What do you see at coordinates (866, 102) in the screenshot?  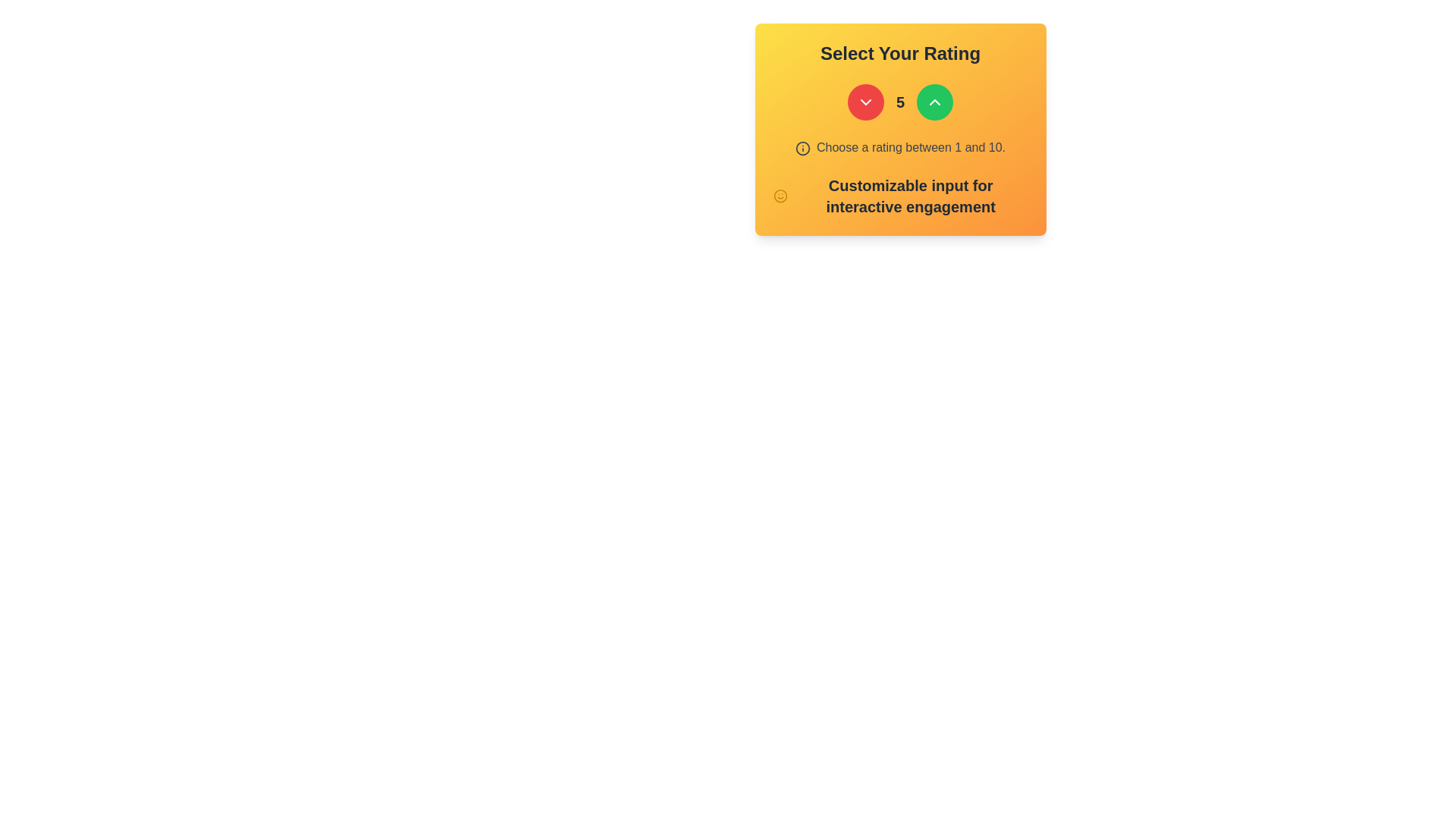 I see `the downward chevron icon inside the red button located on the left side of the rating number '5'` at bounding box center [866, 102].